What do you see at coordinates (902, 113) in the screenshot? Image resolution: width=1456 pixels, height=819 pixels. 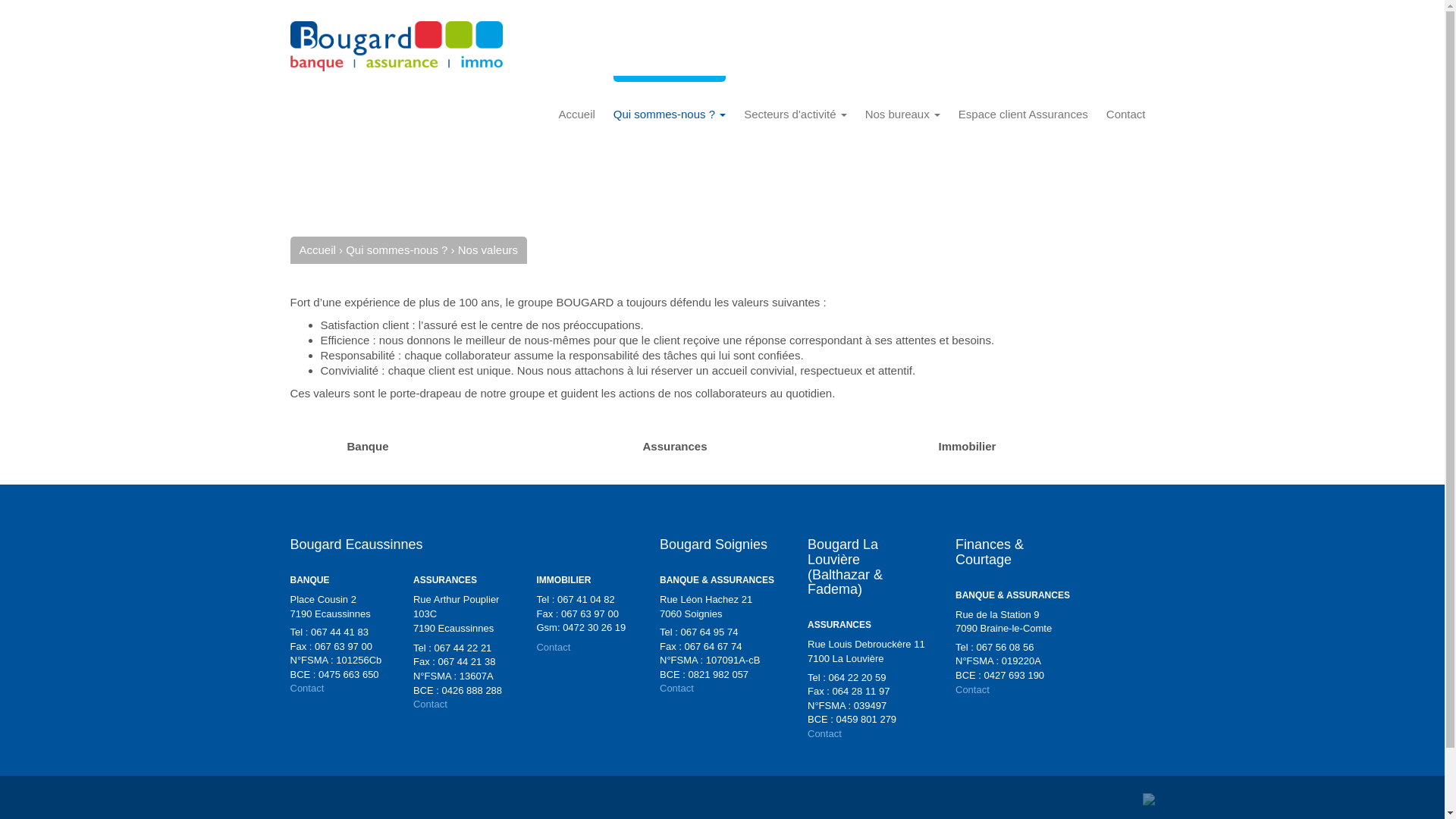 I see `'Nos bureaux'` at bounding box center [902, 113].